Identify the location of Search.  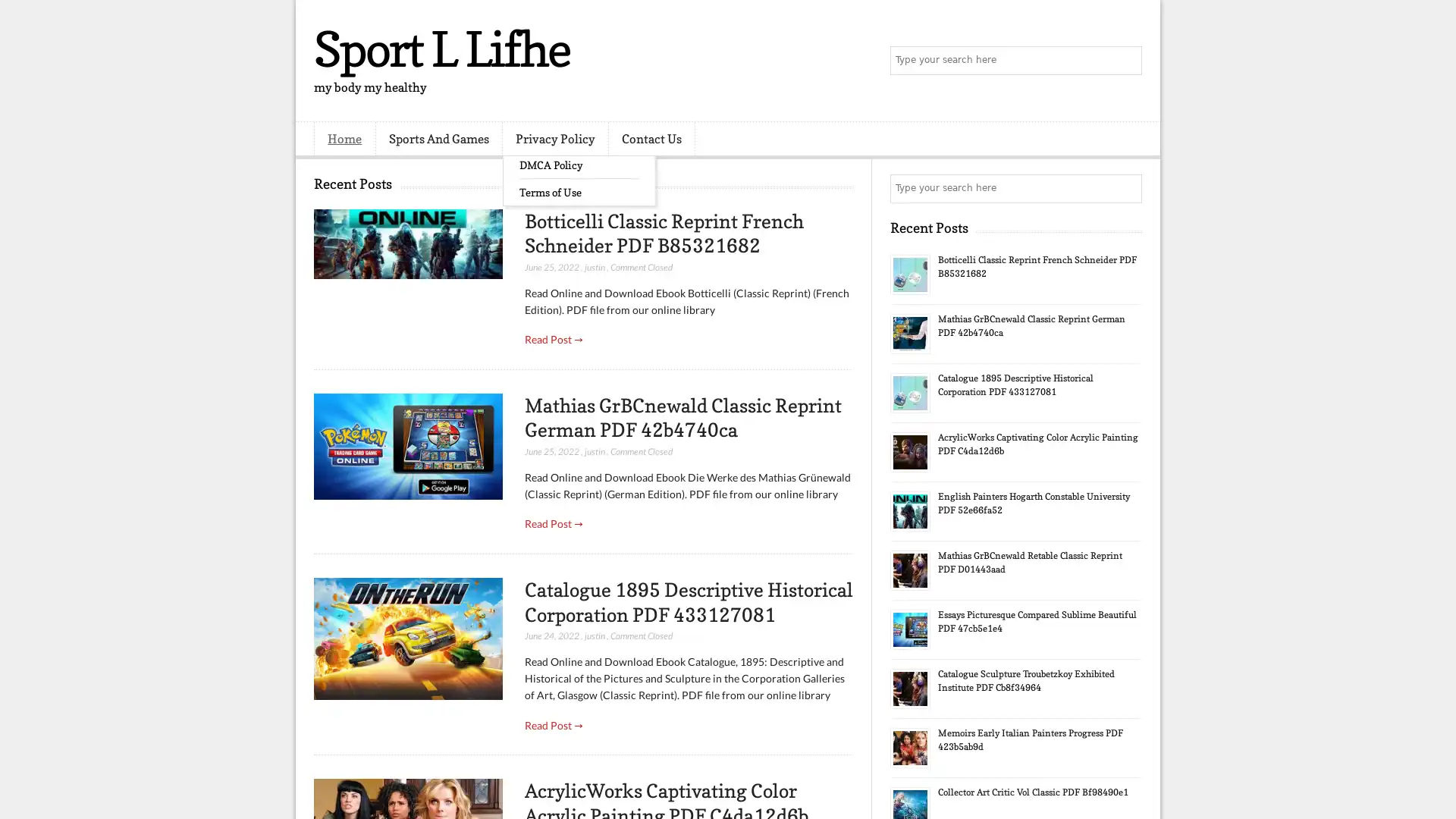
(1126, 61).